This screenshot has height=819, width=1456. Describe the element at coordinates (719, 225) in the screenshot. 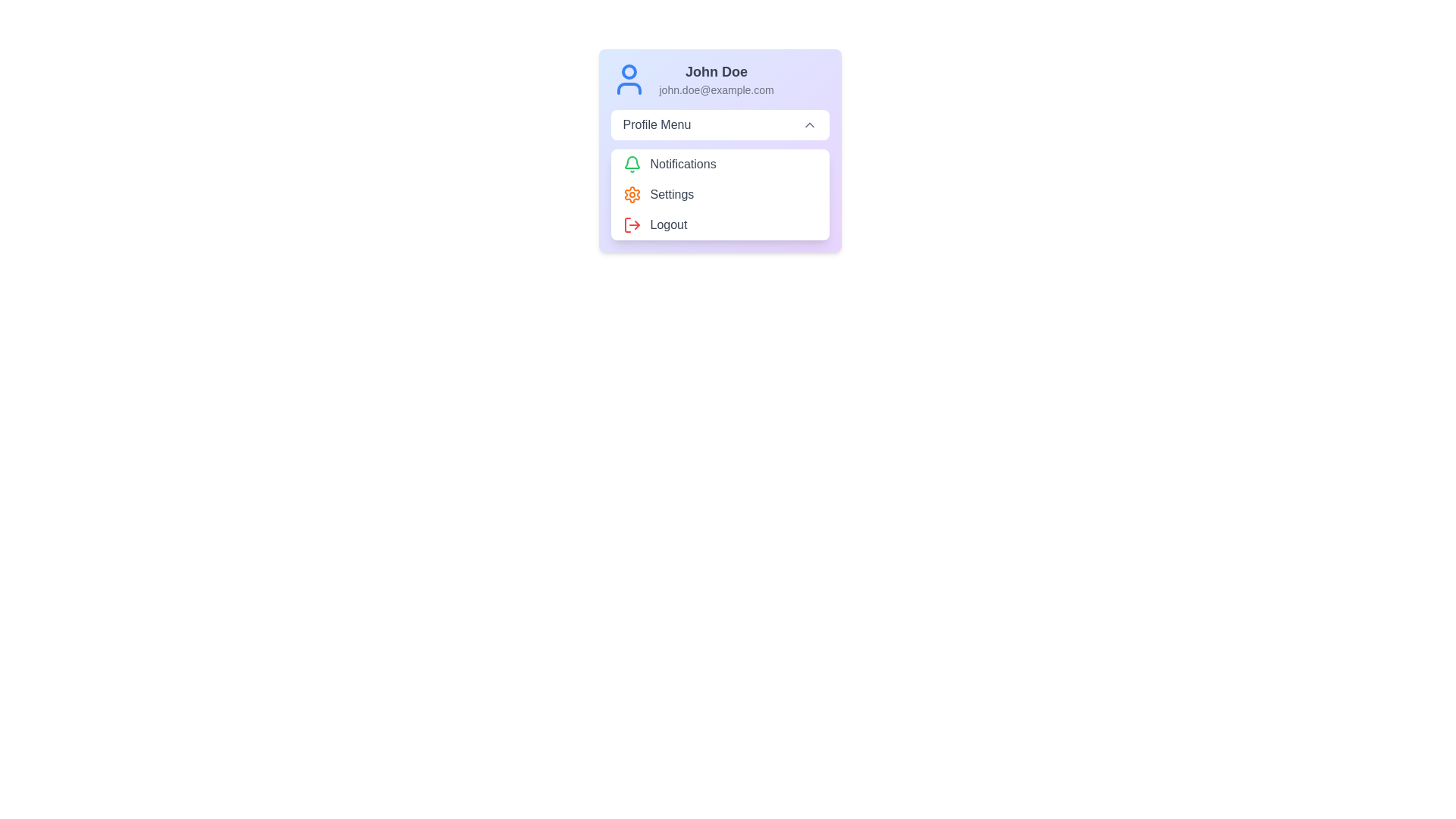

I see `the 'Logout' menu item located at the bottom of the dropdown panel` at that location.